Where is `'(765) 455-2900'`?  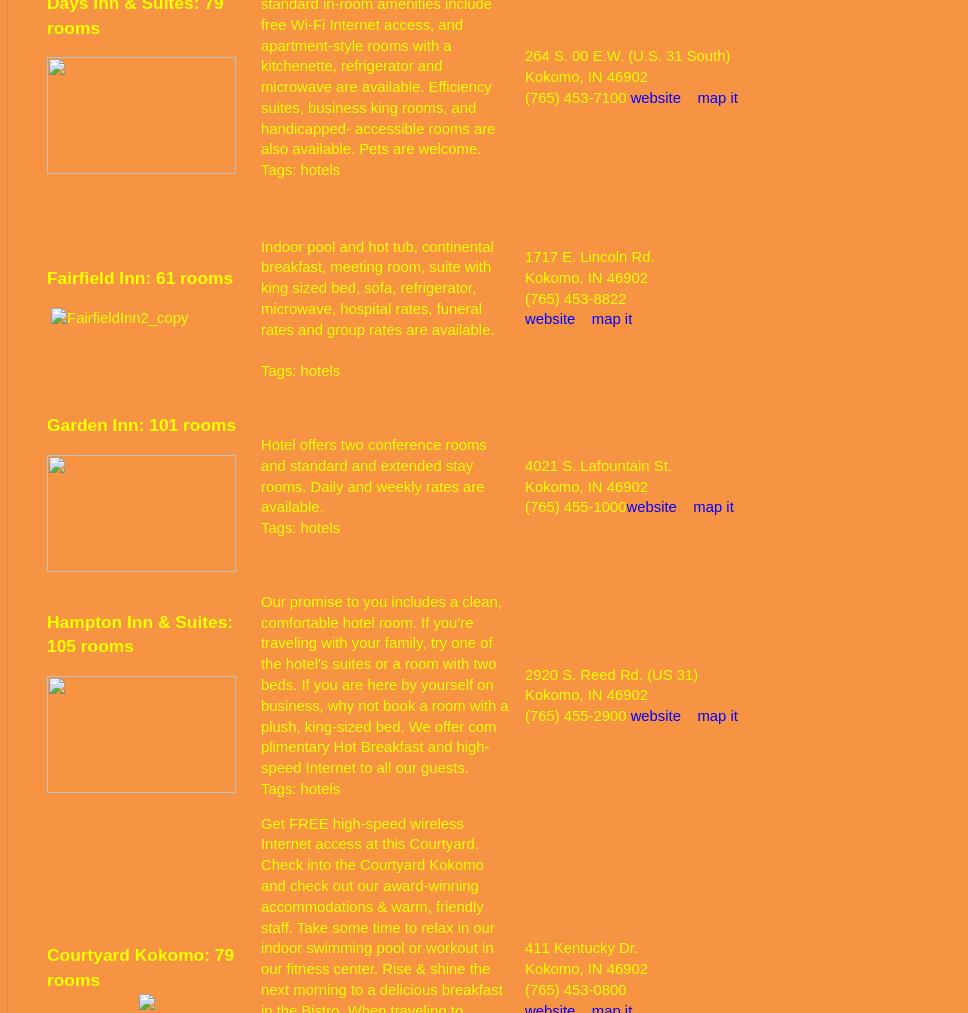
'(765) 455-2900' is located at coordinates (577, 715).